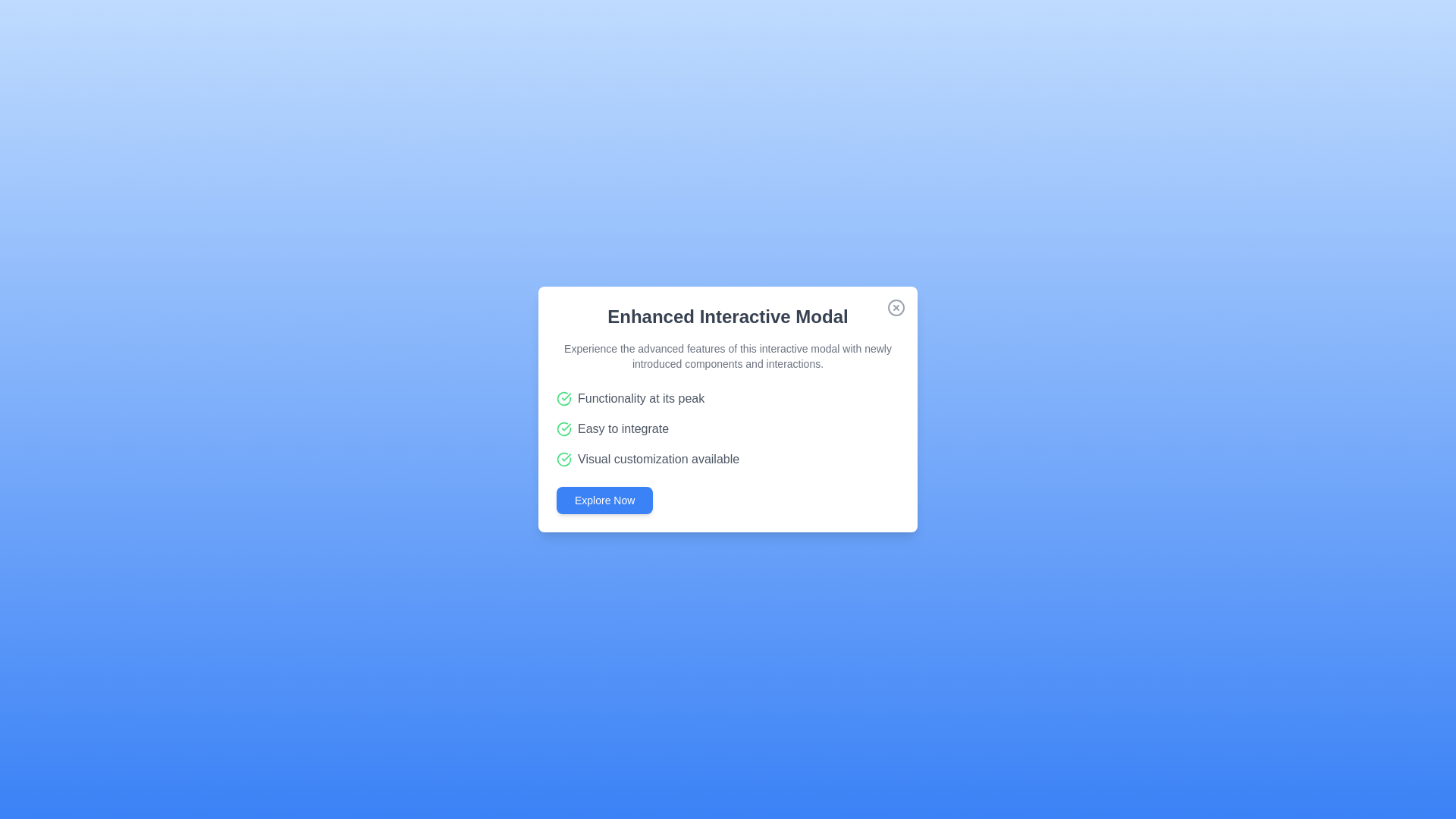 The image size is (1456, 819). What do you see at coordinates (728, 356) in the screenshot?
I see `the informational text block that provides a brief description and introduction to the features of the modal, located below the title 'Enhanced Interactive Modal.'` at bounding box center [728, 356].